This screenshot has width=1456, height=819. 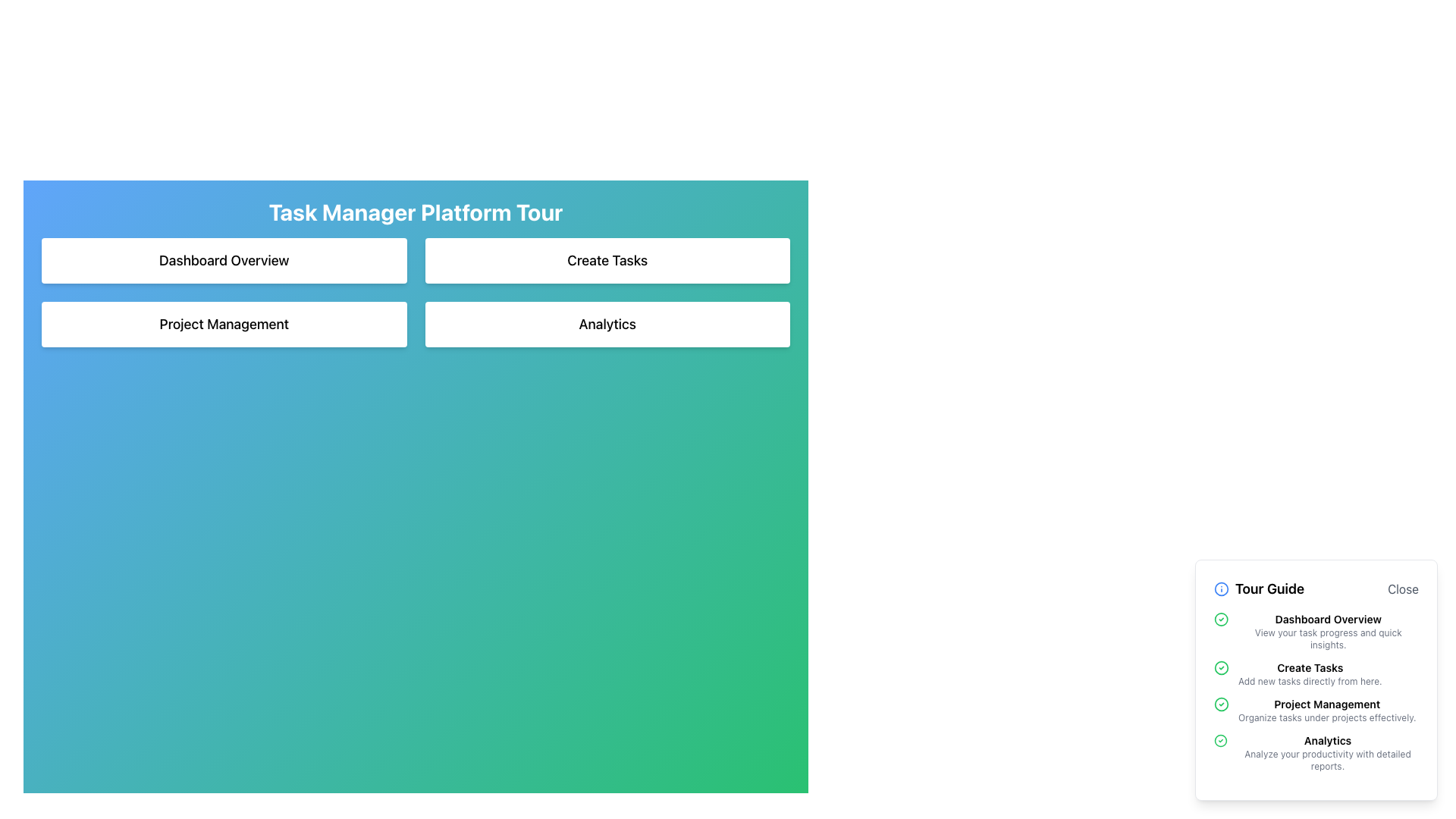 What do you see at coordinates (1316, 632) in the screenshot?
I see `the Informational item with icon in the 'Tour Guide' sidebar located on the right side of the interface, positioned above the 'Create Tasks' section` at bounding box center [1316, 632].